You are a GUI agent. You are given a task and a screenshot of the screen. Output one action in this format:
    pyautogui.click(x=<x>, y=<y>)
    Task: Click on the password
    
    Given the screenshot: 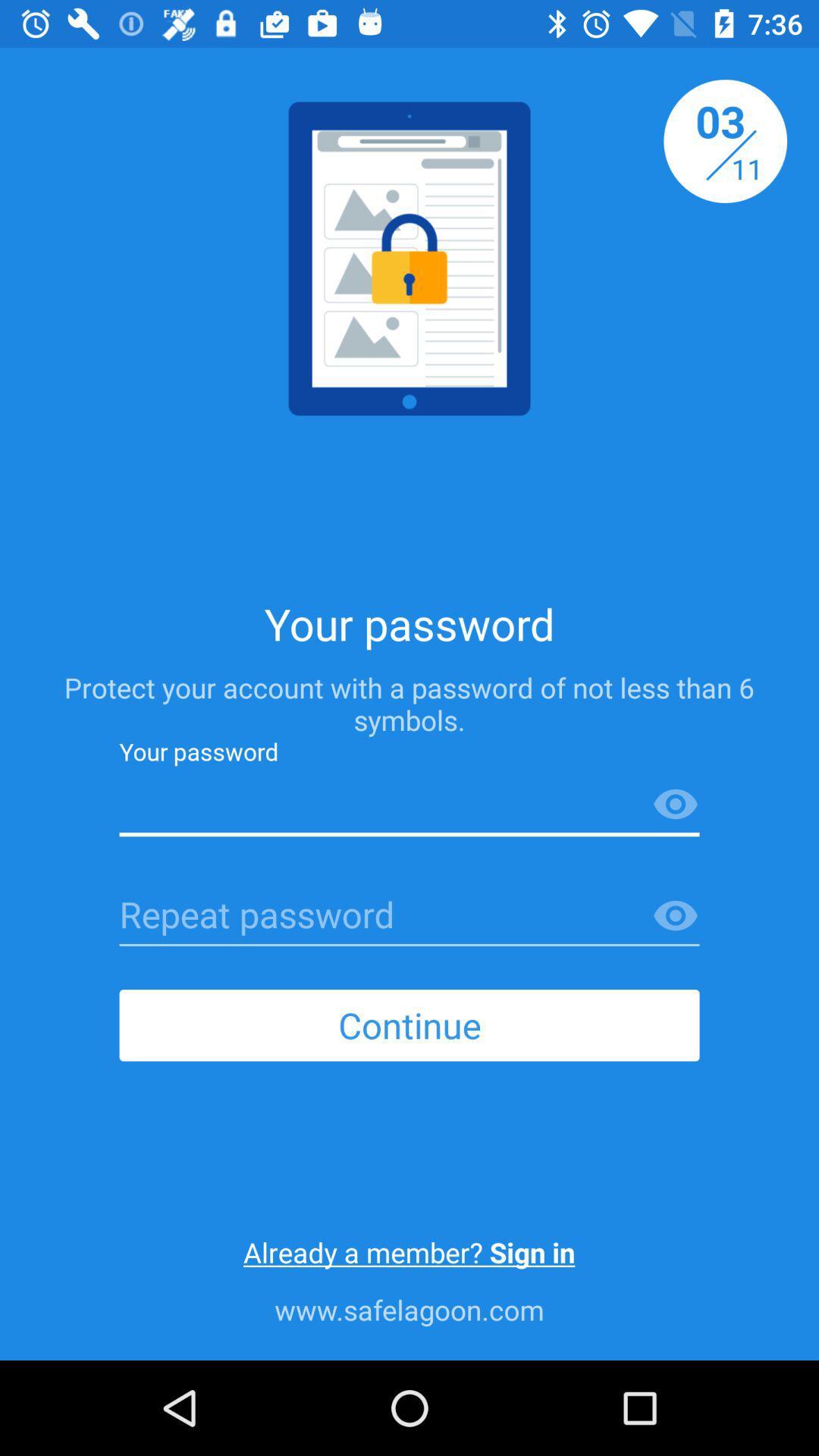 What is the action you would take?
    pyautogui.click(x=409, y=916)
    